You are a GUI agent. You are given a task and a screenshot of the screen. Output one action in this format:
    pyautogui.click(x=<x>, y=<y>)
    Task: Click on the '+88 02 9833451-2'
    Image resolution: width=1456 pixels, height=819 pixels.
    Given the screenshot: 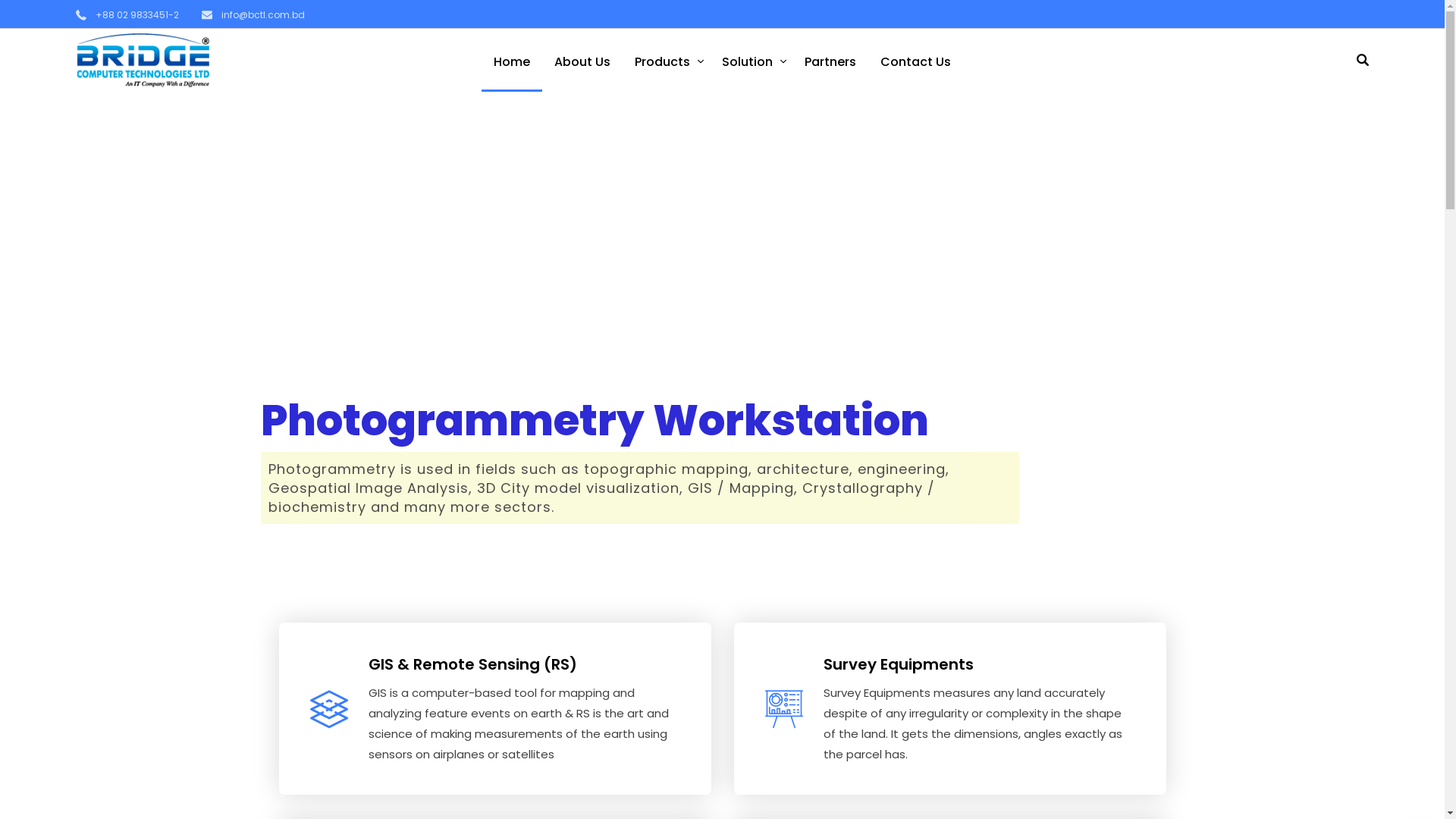 What is the action you would take?
    pyautogui.click(x=75, y=14)
    